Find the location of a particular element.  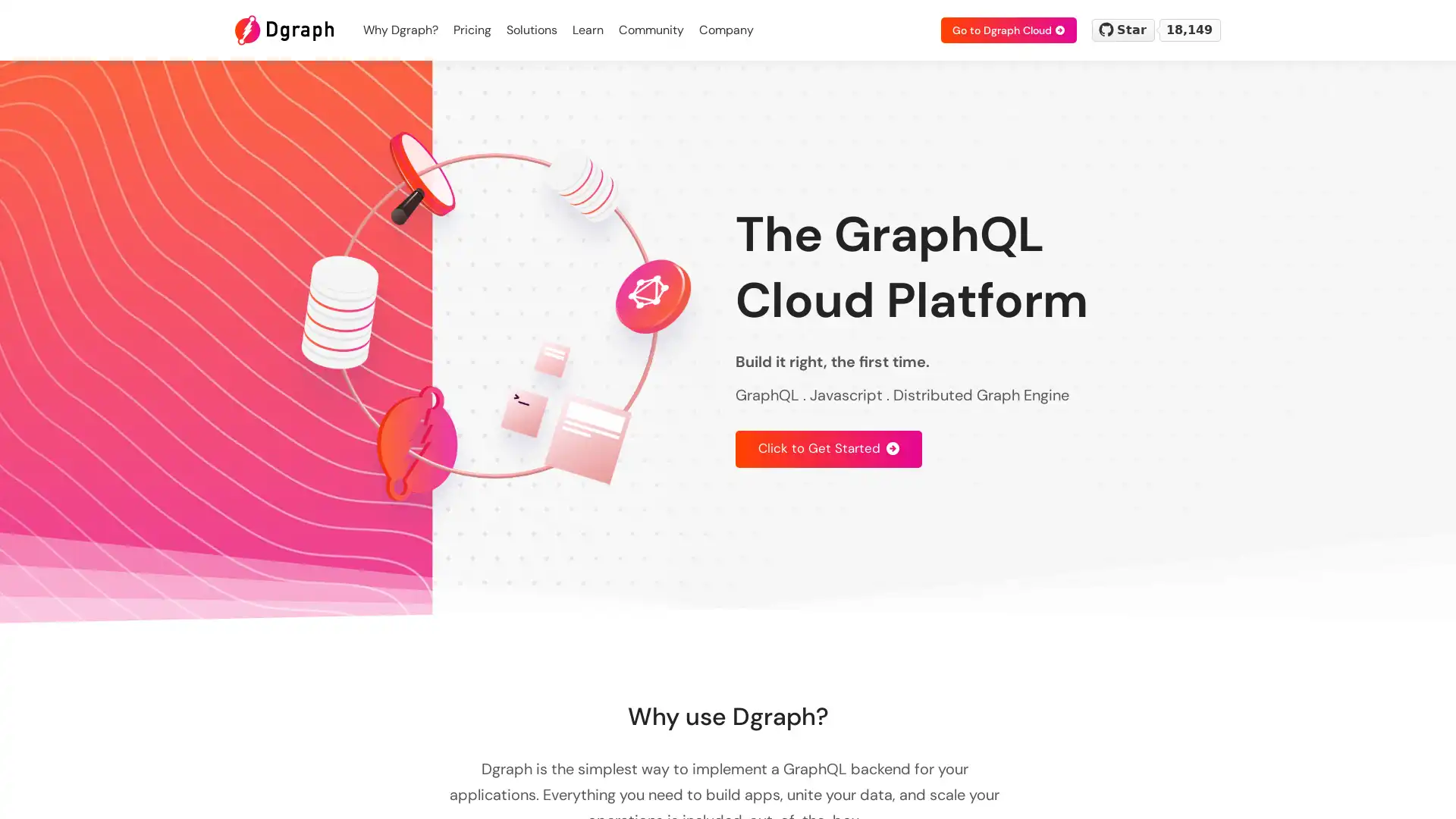

Click to Get Started is located at coordinates (828, 447).